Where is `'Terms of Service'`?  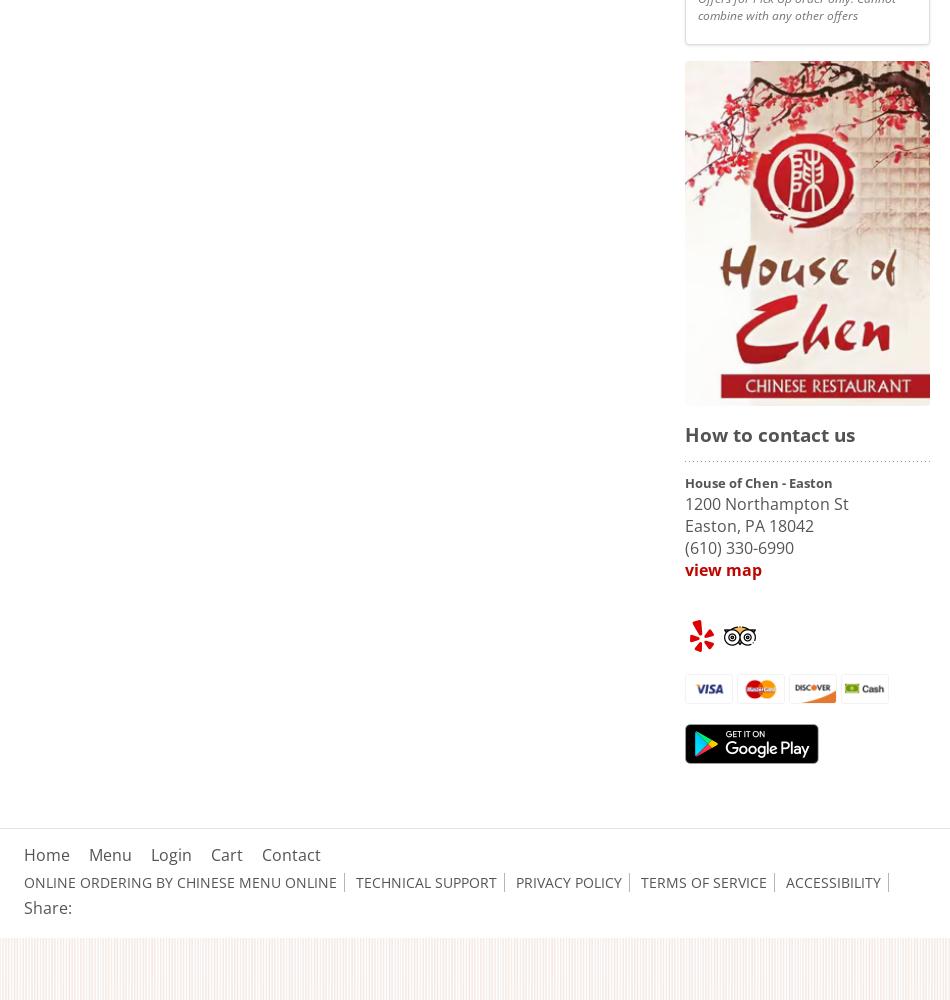
'Terms of Service' is located at coordinates (704, 882).